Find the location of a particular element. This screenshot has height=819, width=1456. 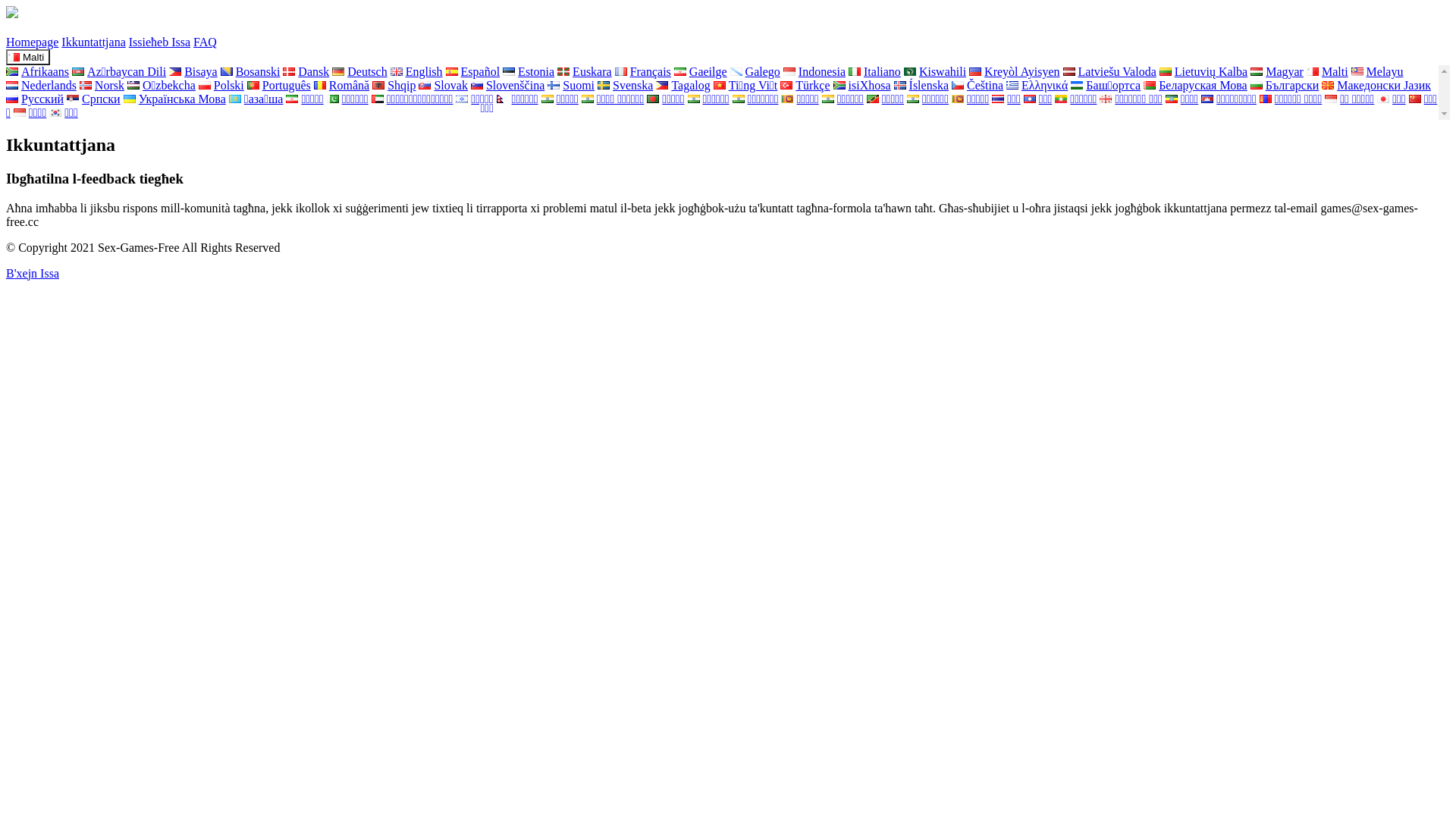

'Malti' is located at coordinates (28, 56).